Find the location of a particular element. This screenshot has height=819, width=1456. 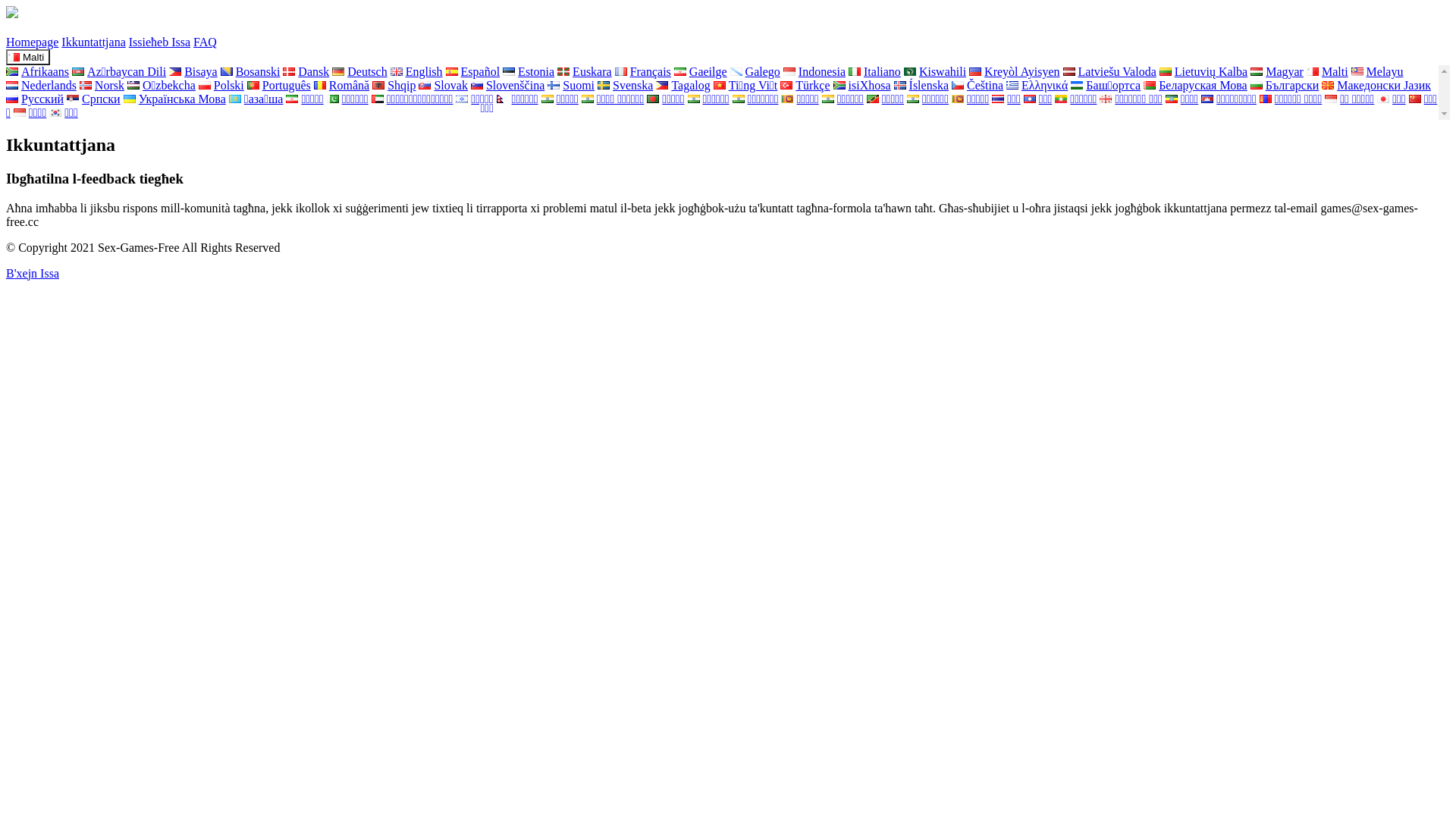

'Malti' is located at coordinates (28, 56).